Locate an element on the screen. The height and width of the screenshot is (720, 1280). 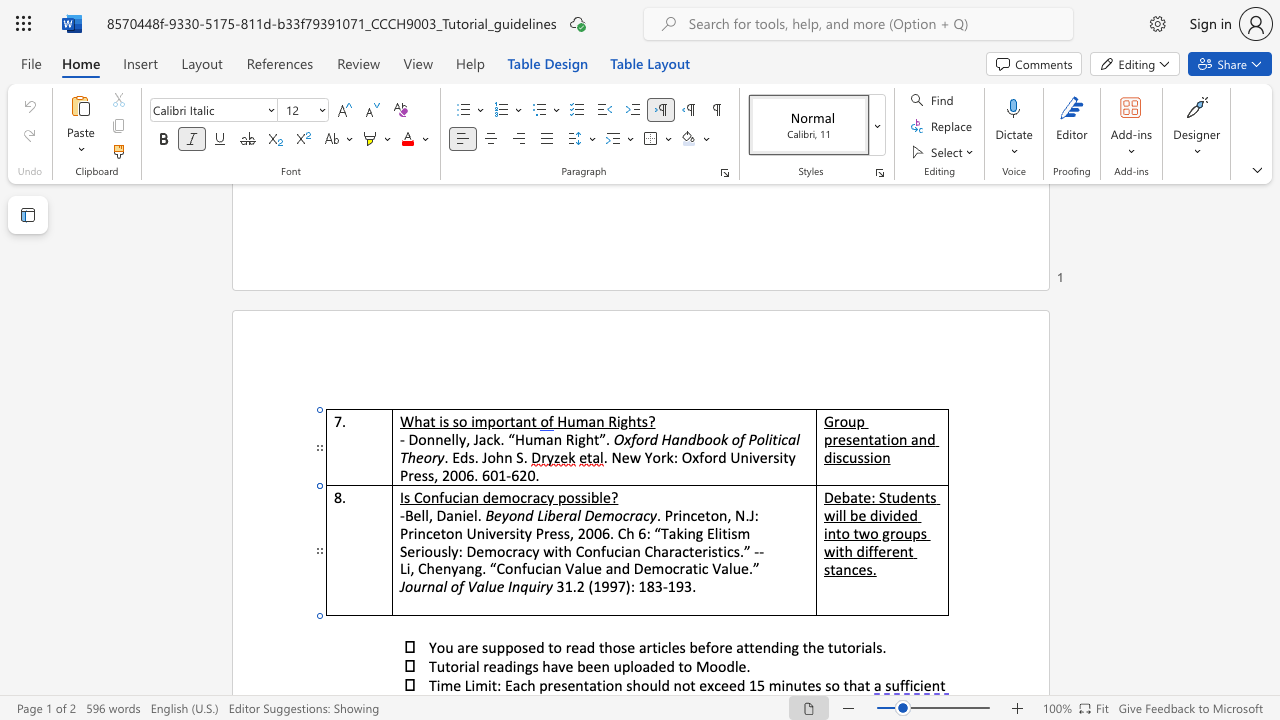
the 6th character "e" in the text is located at coordinates (701, 647).